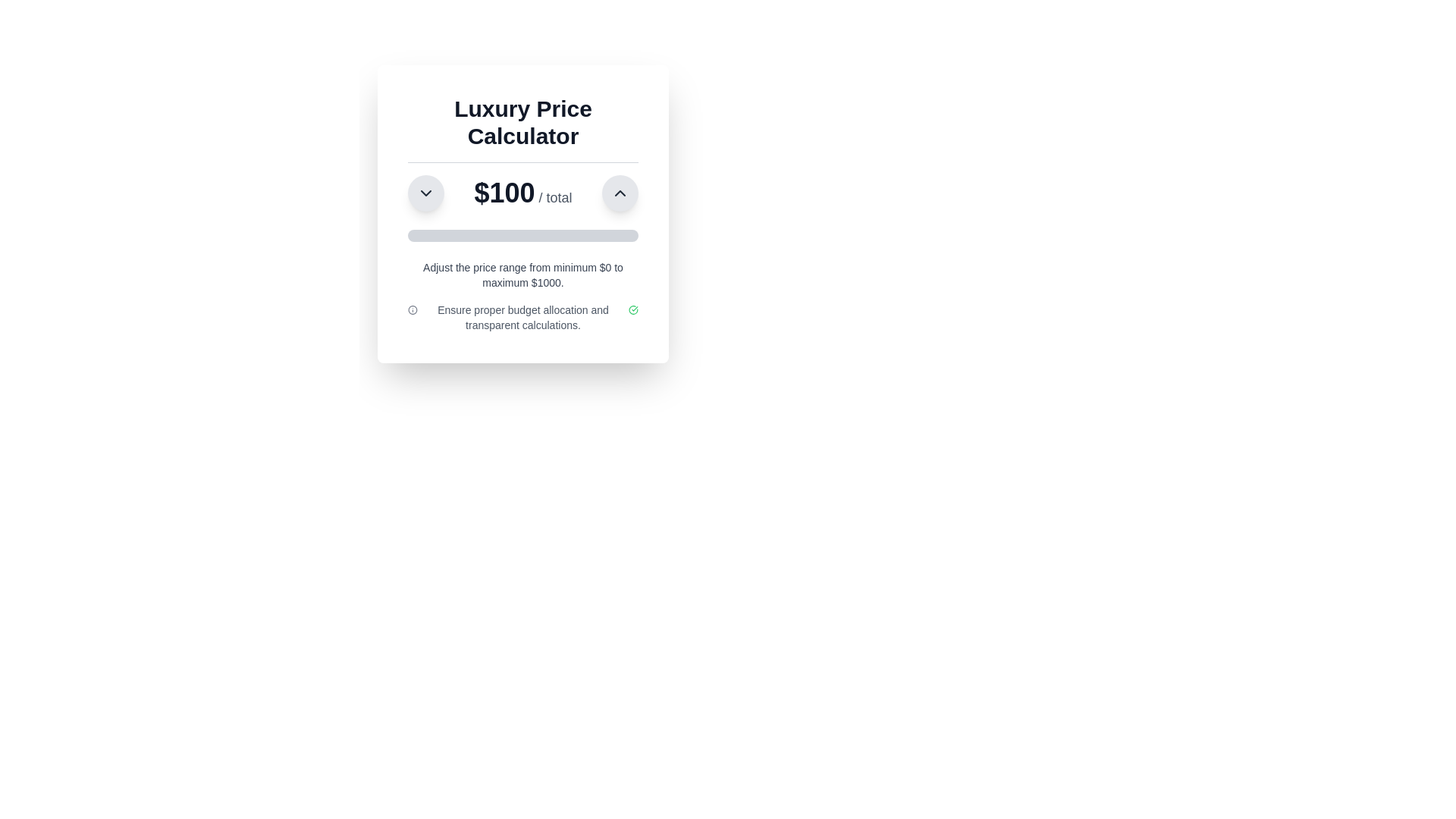  Describe the element at coordinates (523, 236) in the screenshot. I see `the progress visually on the progress bar located within the 'Luxury Price Calculator' card layout, situated below the '$100 / total' text and above the label 'Adjust the price range from minimum $0 to maximum $1000.'` at that location.